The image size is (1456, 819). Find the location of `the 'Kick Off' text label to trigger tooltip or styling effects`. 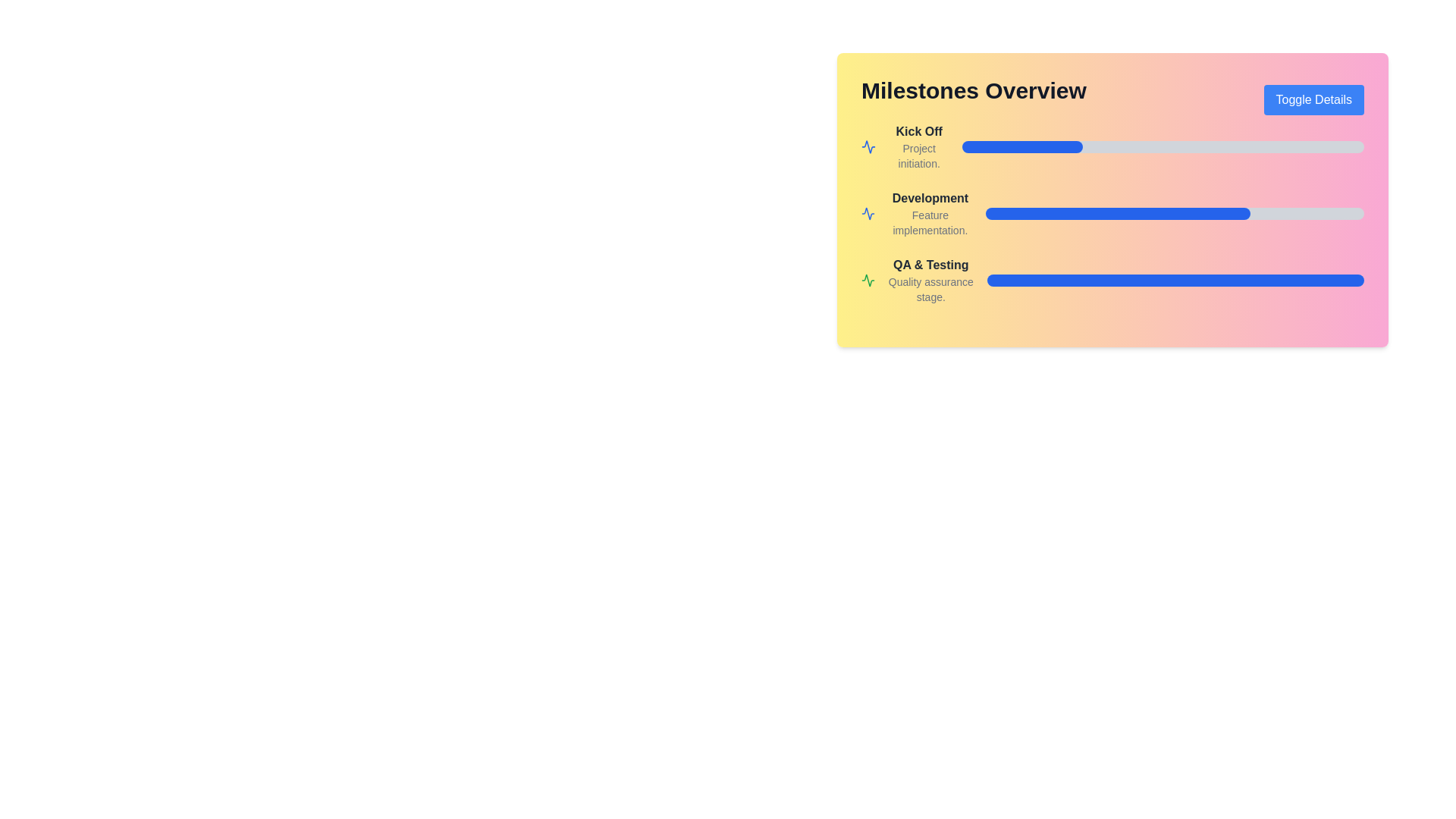

the 'Kick Off' text label to trigger tooltip or styling effects is located at coordinates (918, 130).